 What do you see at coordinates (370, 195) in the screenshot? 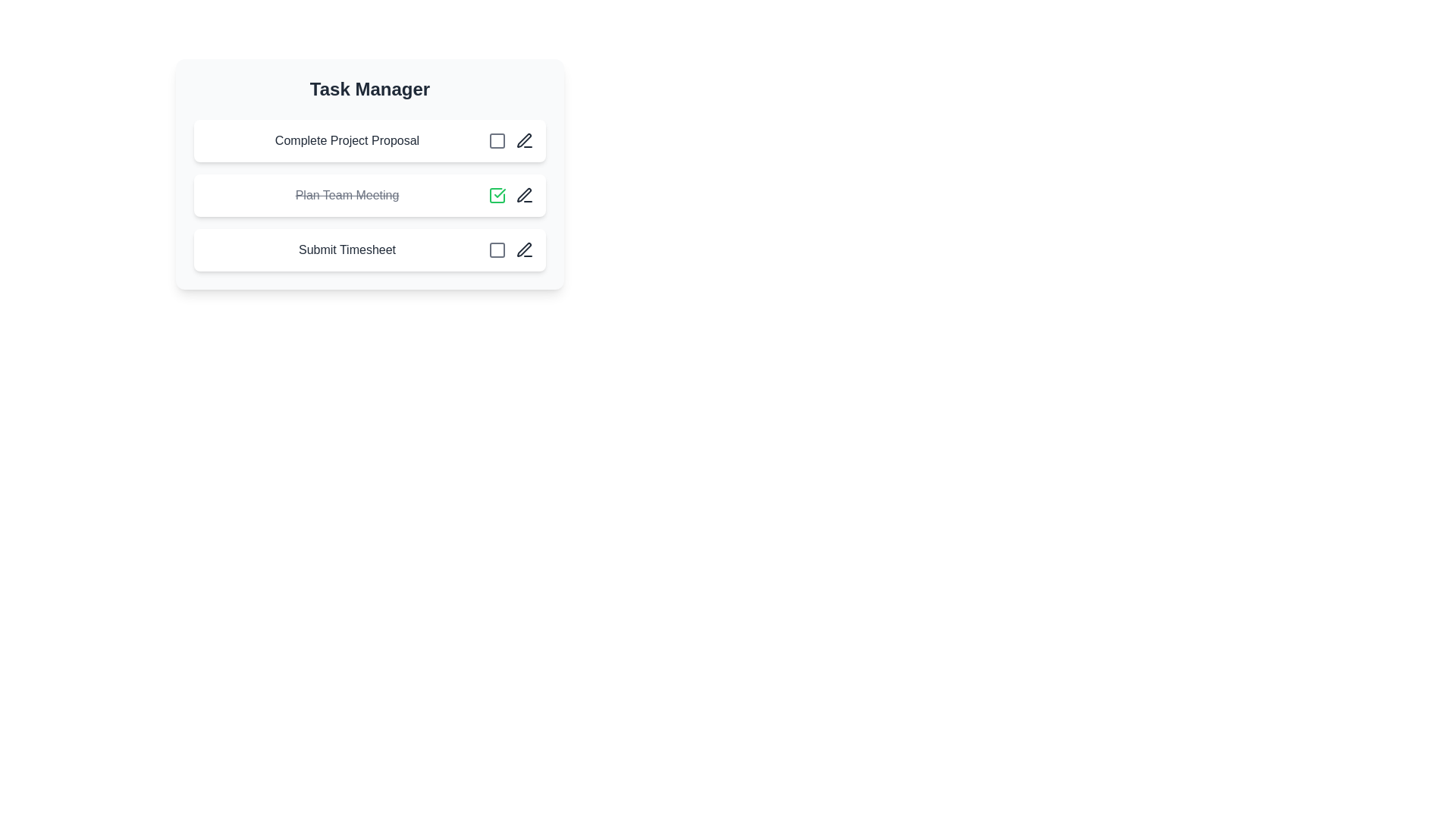
I see `the second task item labeled 'Plan Team Meeting' in the 'Task Manager' section of the task list interface` at bounding box center [370, 195].